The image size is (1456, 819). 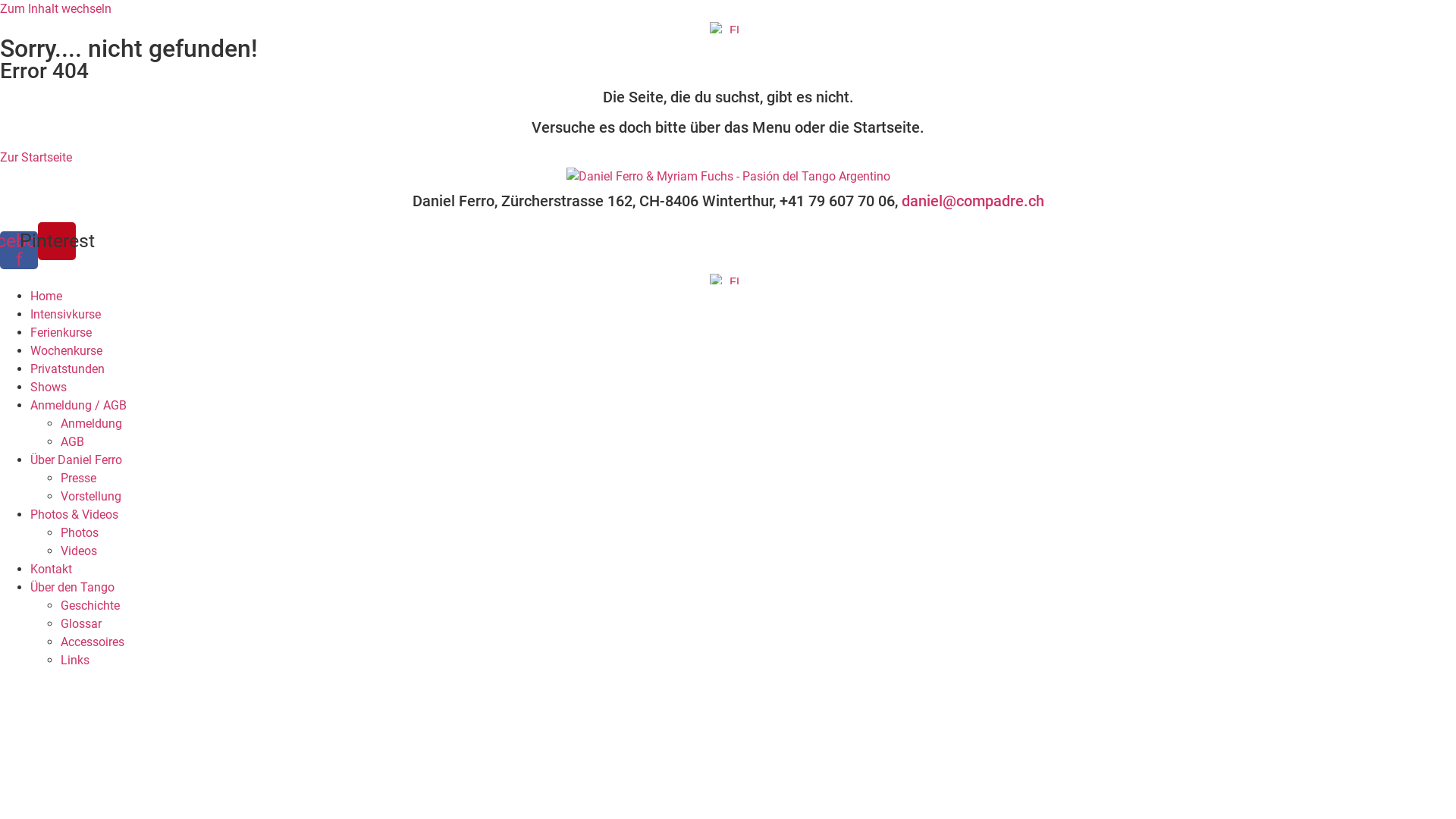 I want to click on 'Presse', so click(x=77, y=478).